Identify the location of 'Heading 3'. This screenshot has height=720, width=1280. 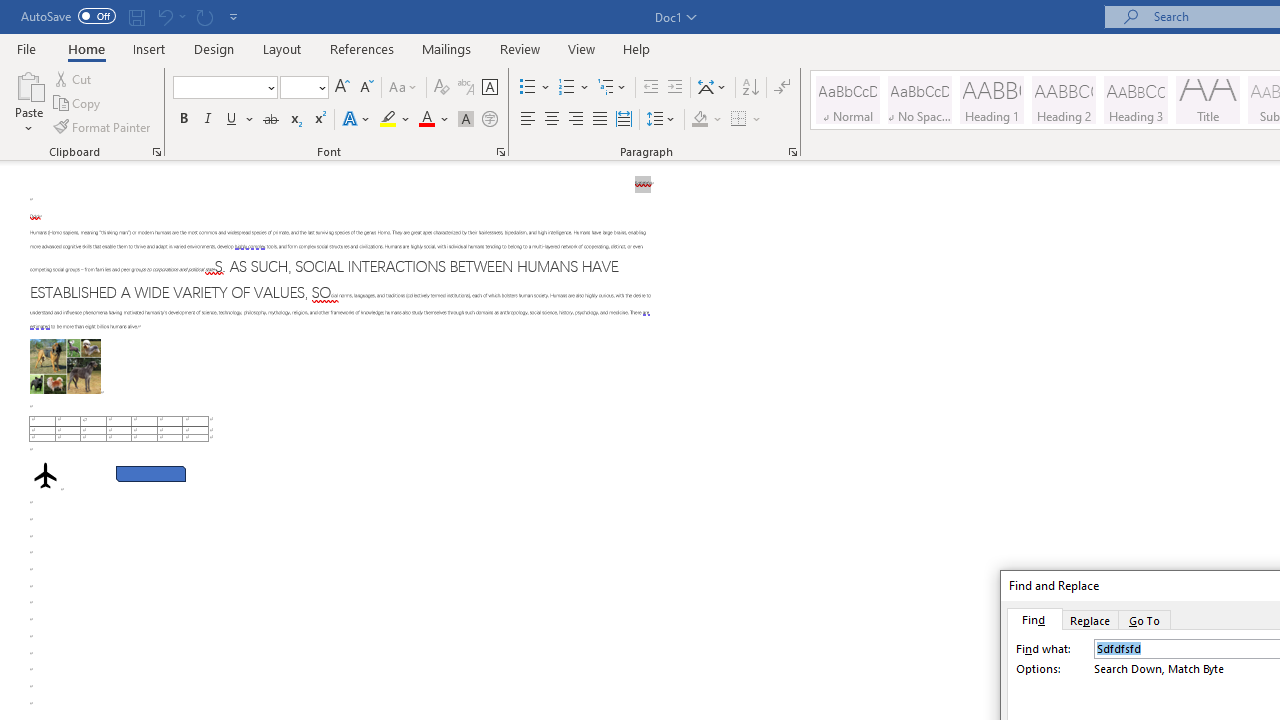
(1136, 100).